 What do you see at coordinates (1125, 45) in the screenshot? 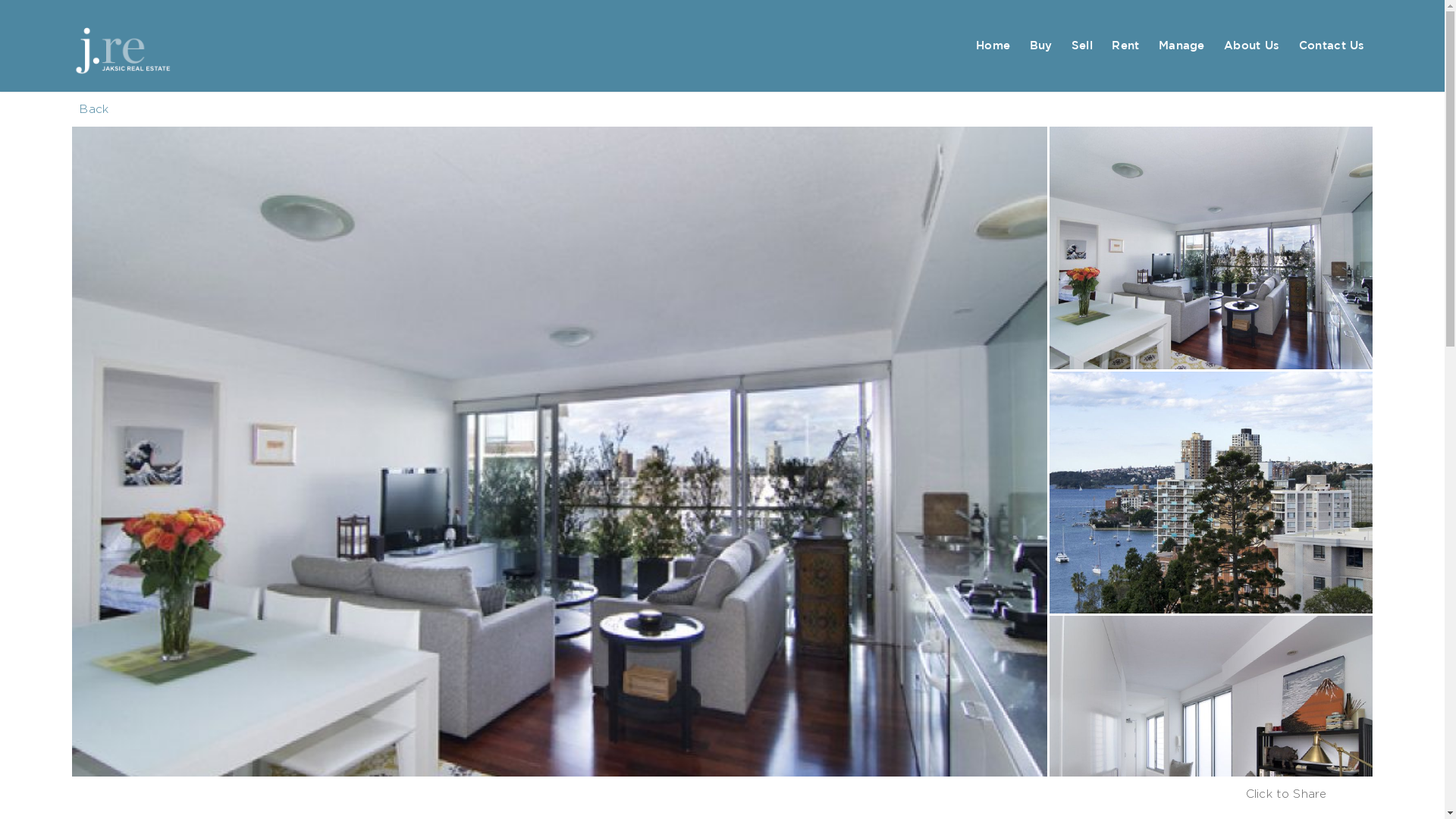
I see `'Rent'` at bounding box center [1125, 45].